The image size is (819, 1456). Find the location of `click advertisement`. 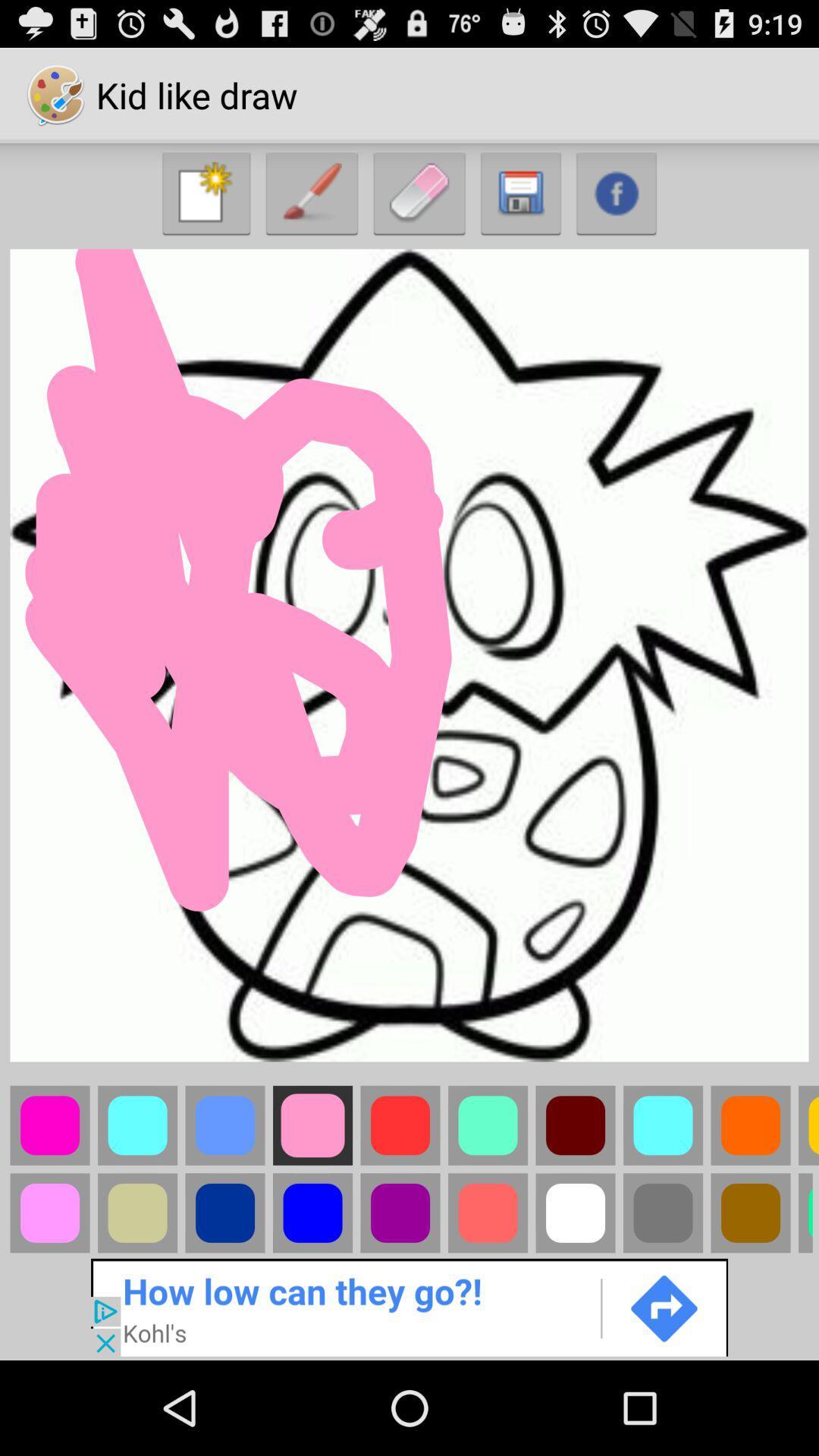

click advertisement is located at coordinates (409, 1306).